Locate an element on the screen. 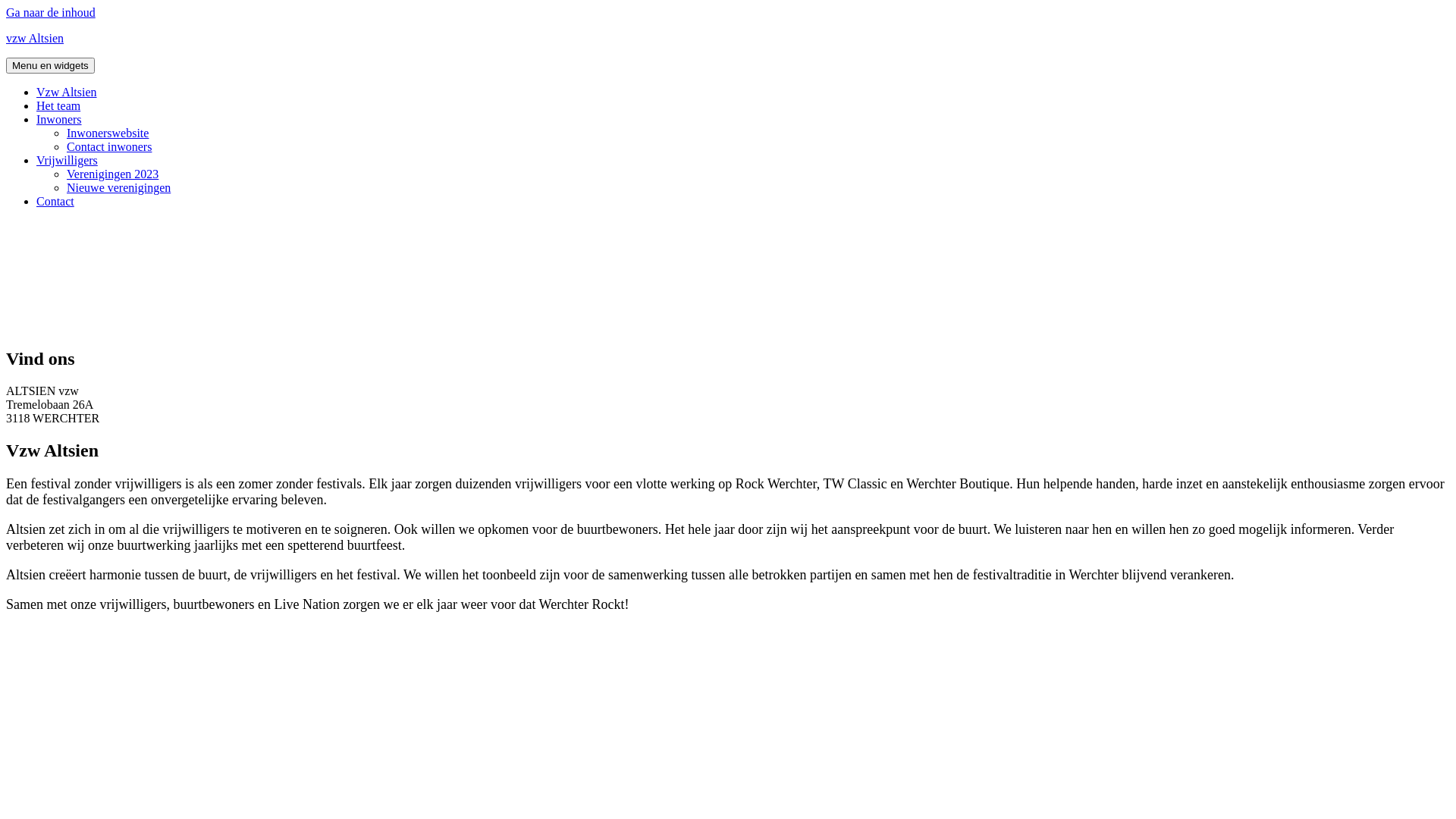  'Vrijwilligers' is located at coordinates (66, 160).